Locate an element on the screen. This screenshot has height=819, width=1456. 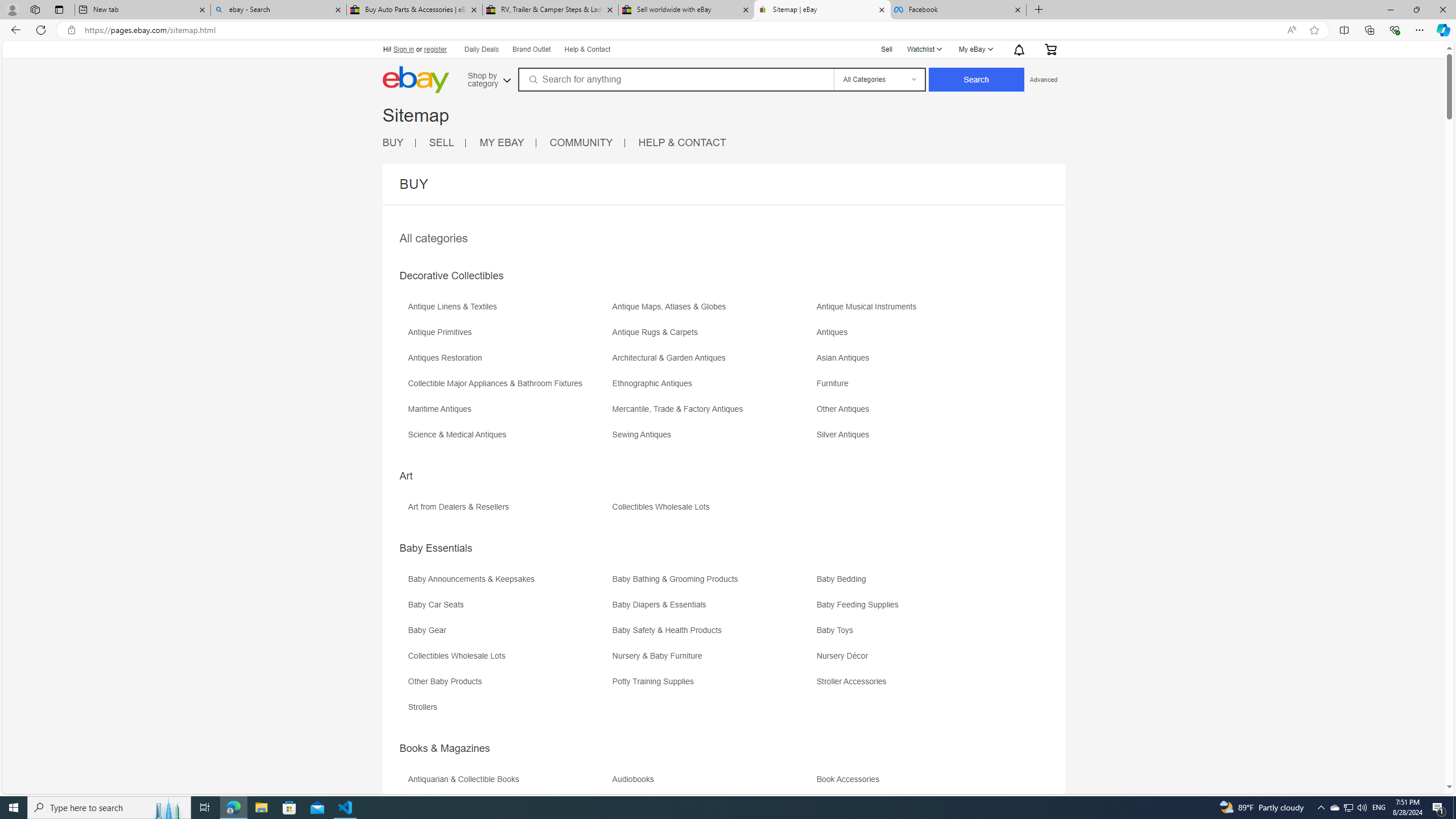
'Help & Contact' is located at coordinates (586, 49).